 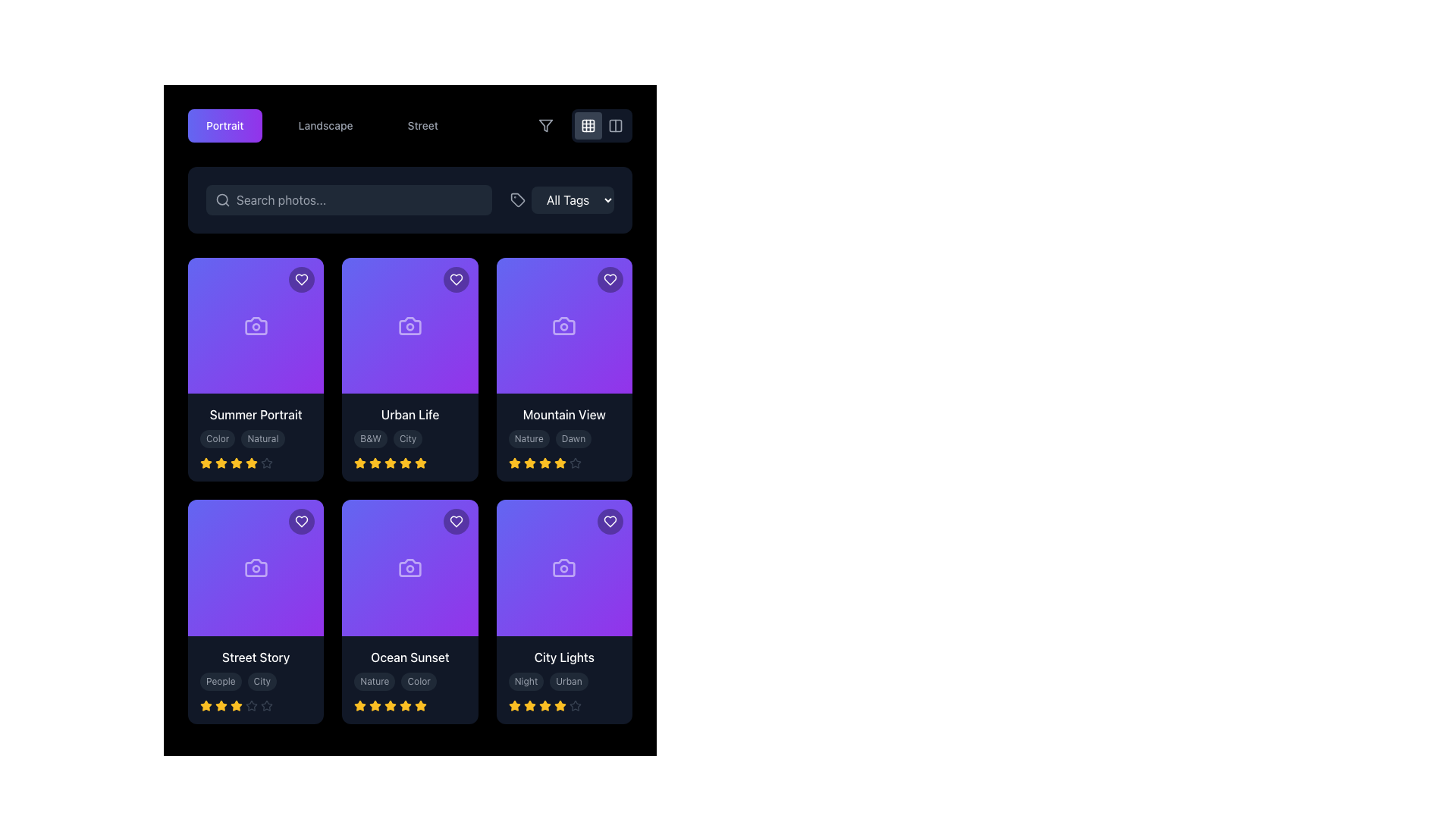 I want to click on the fifth star in the rating indicator beneath the 'Mountain View' card to visually assess the rating, so click(x=574, y=463).